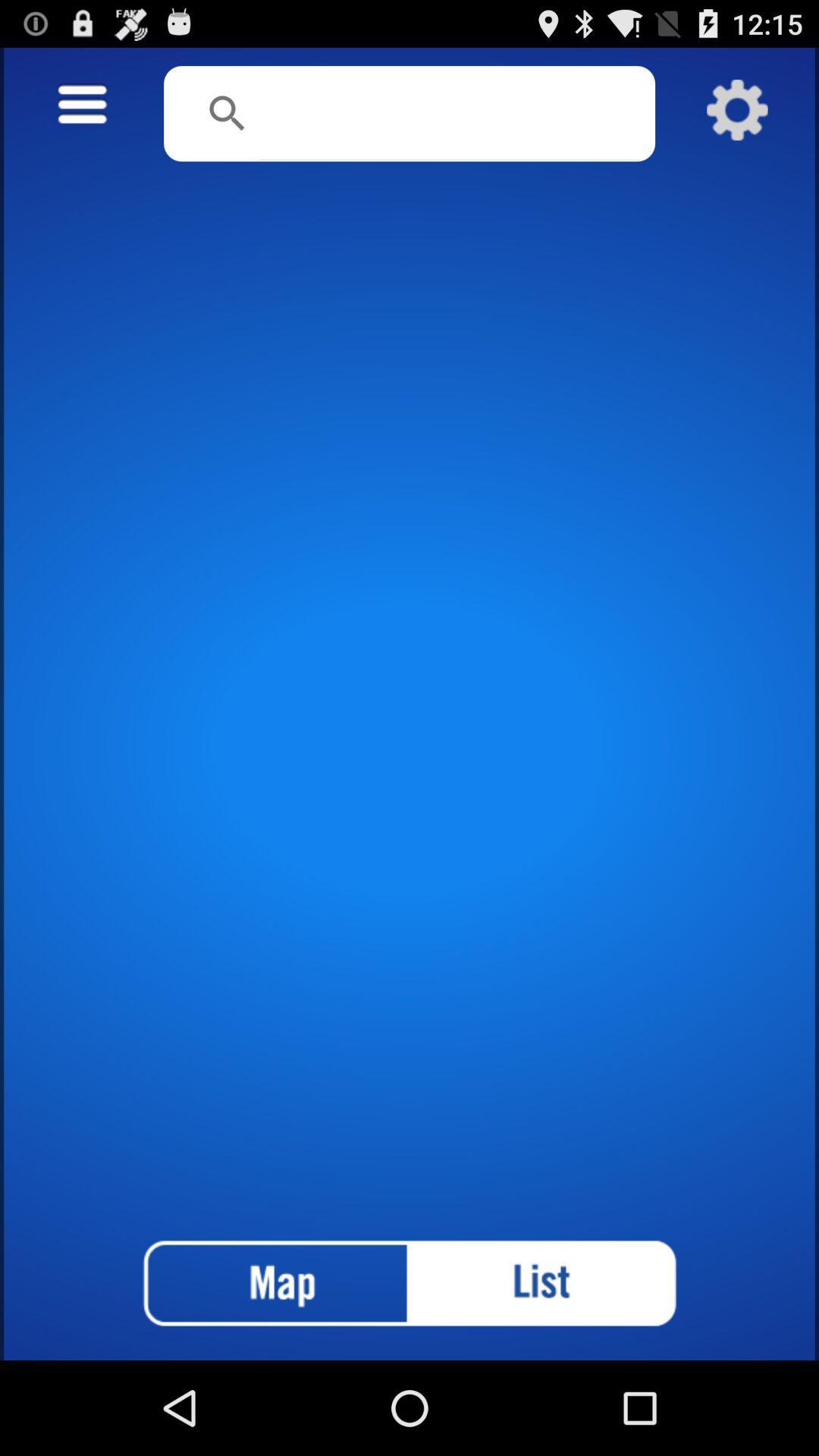  What do you see at coordinates (82, 112) in the screenshot?
I see `the menu icon` at bounding box center [82, 112].